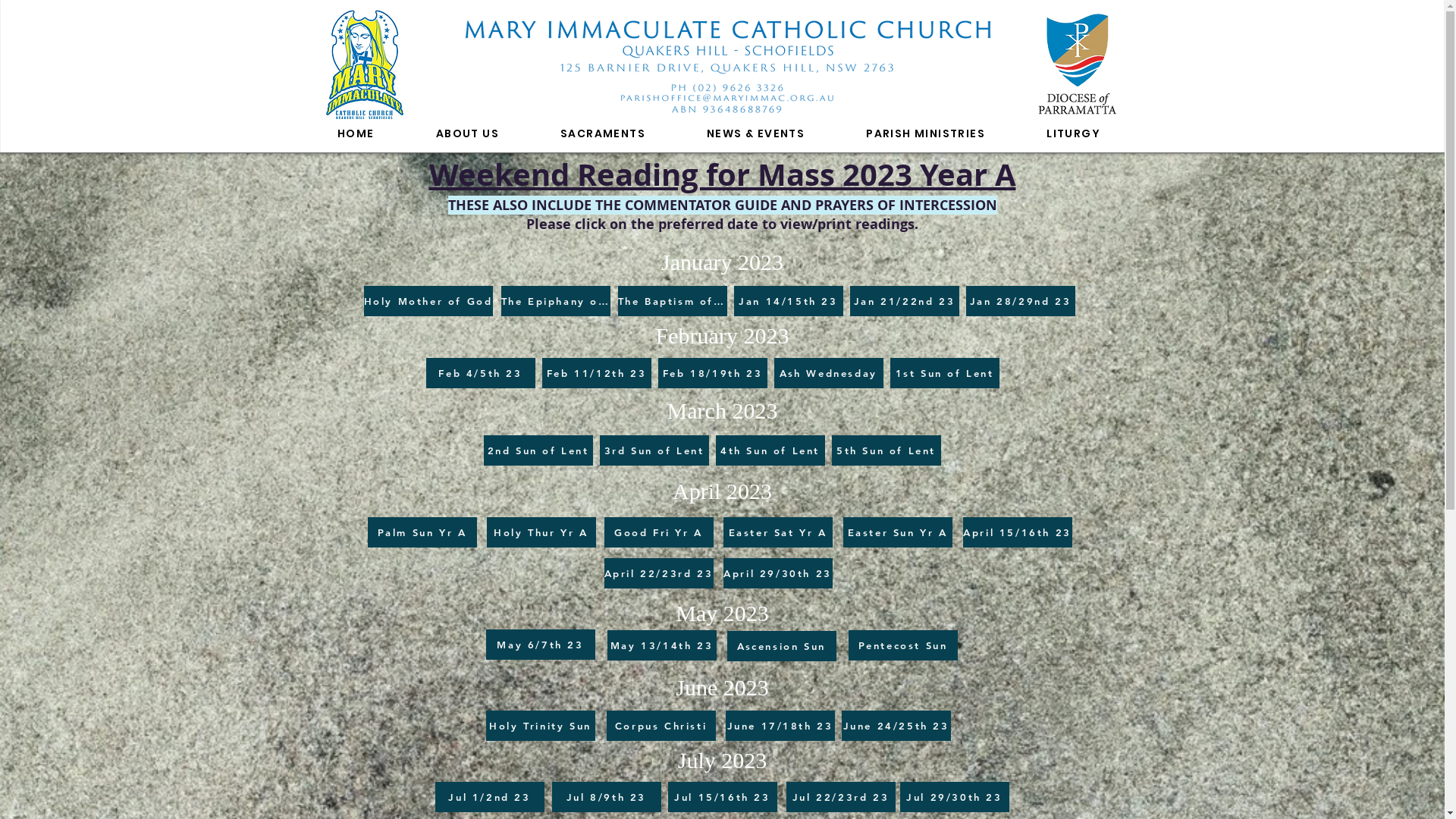 The height and width of the screenshot is (819, 1456). Describe the element at coordinates (671, 301) in the screenshot. I see `'The Baptism of the Lord'` at that location.